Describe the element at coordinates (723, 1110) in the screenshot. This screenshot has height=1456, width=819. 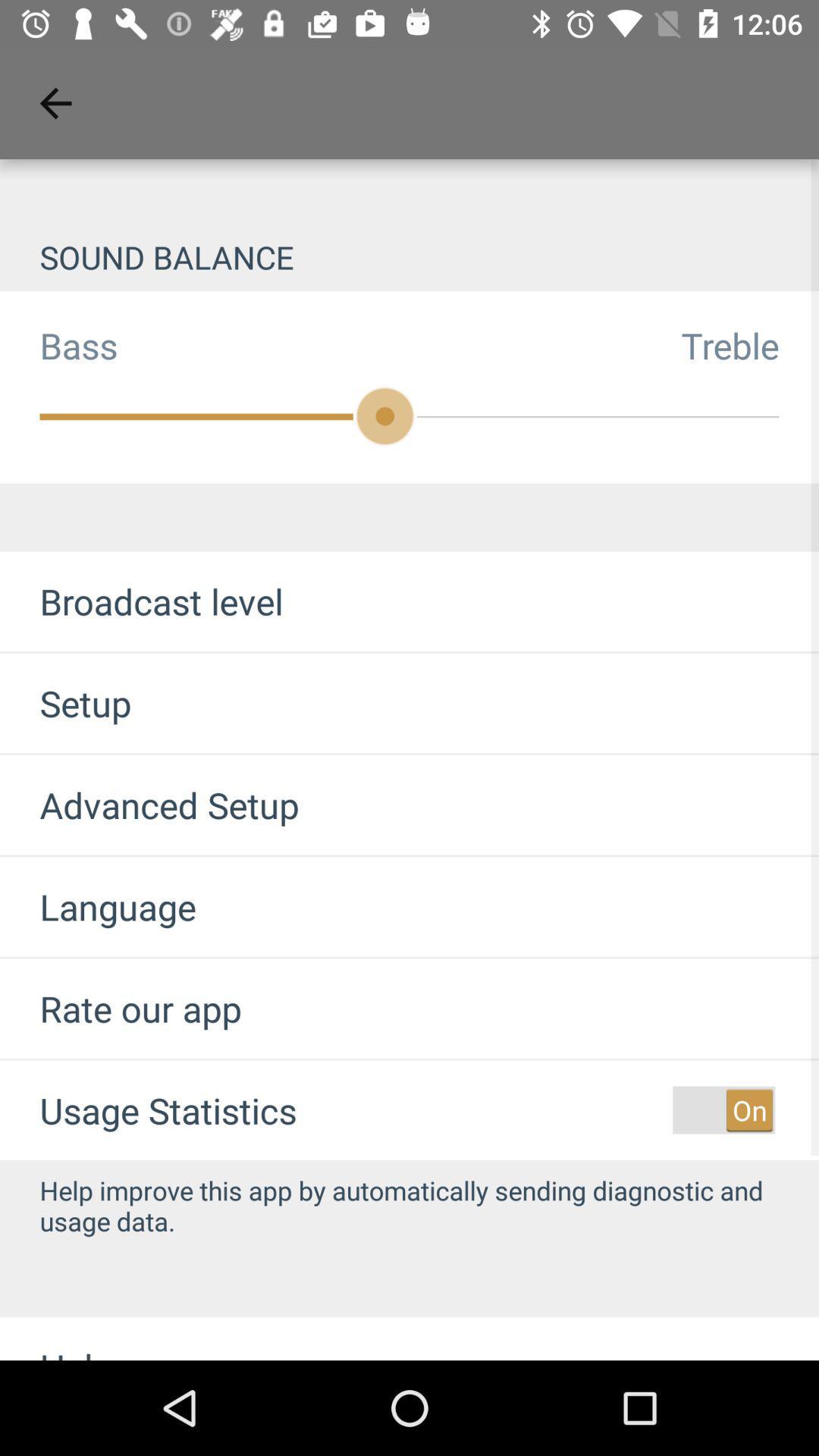
I see `usage statistics option` at that location.